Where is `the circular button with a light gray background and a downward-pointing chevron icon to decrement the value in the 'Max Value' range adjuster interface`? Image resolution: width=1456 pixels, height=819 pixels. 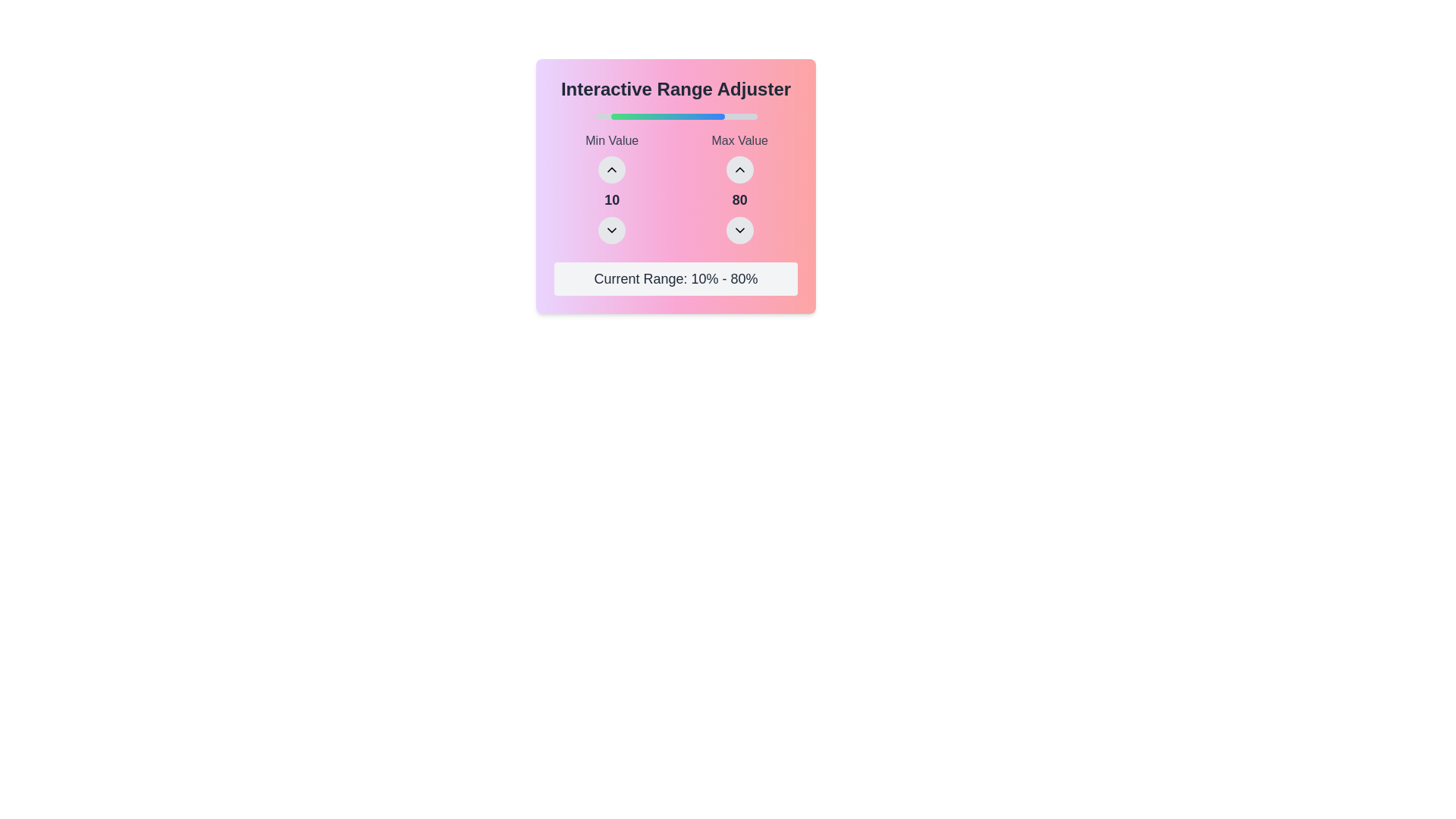
the circular button with a light gray background and a downward-pointing chevron icon to decrement the value in the 'Max Value' range adjuster interface is located at coordinates (739, 231).